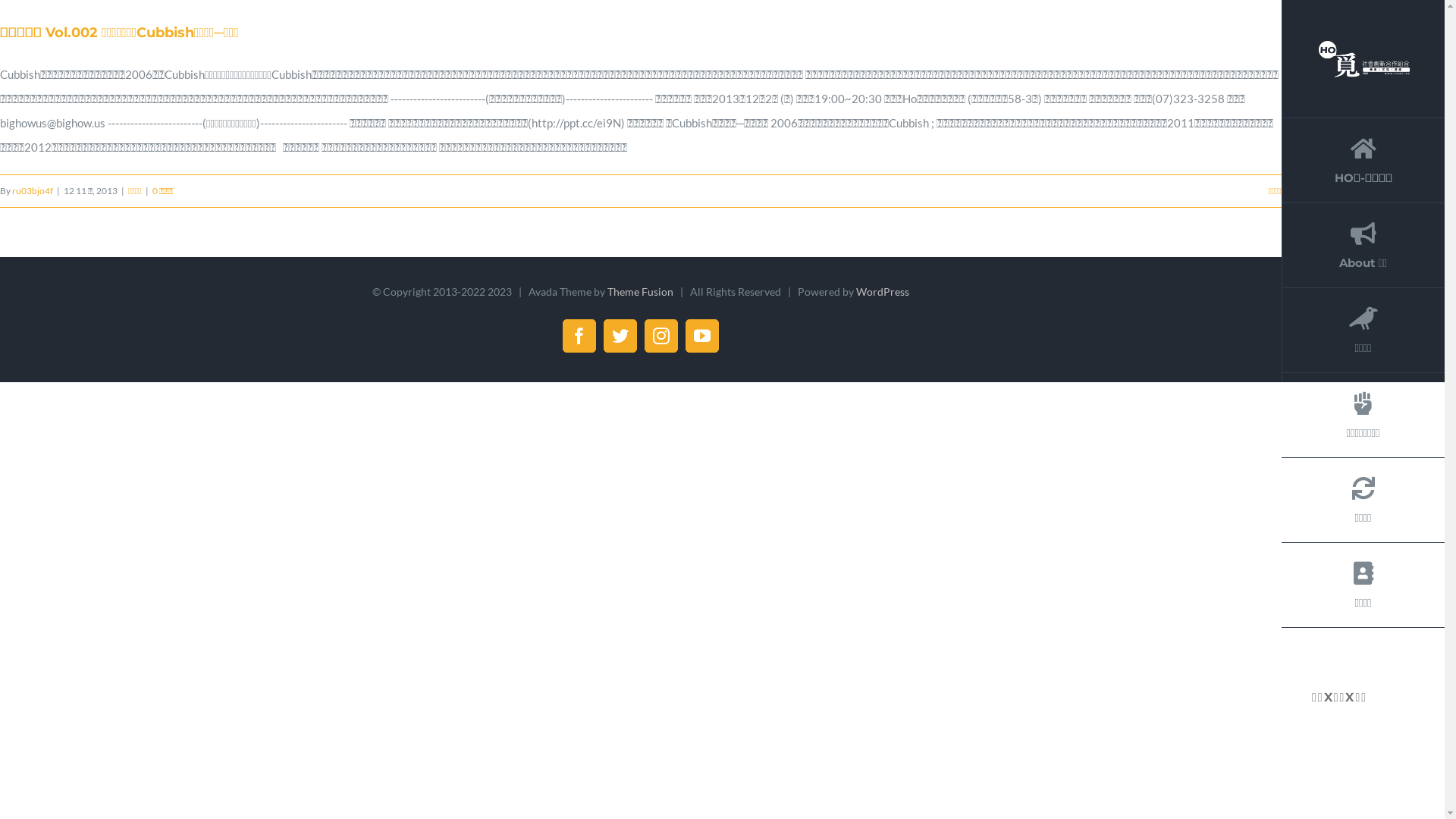  Describe the element at coordinates (607, 291) in the screenshot. I see `'Theme Fusion'` at that location.